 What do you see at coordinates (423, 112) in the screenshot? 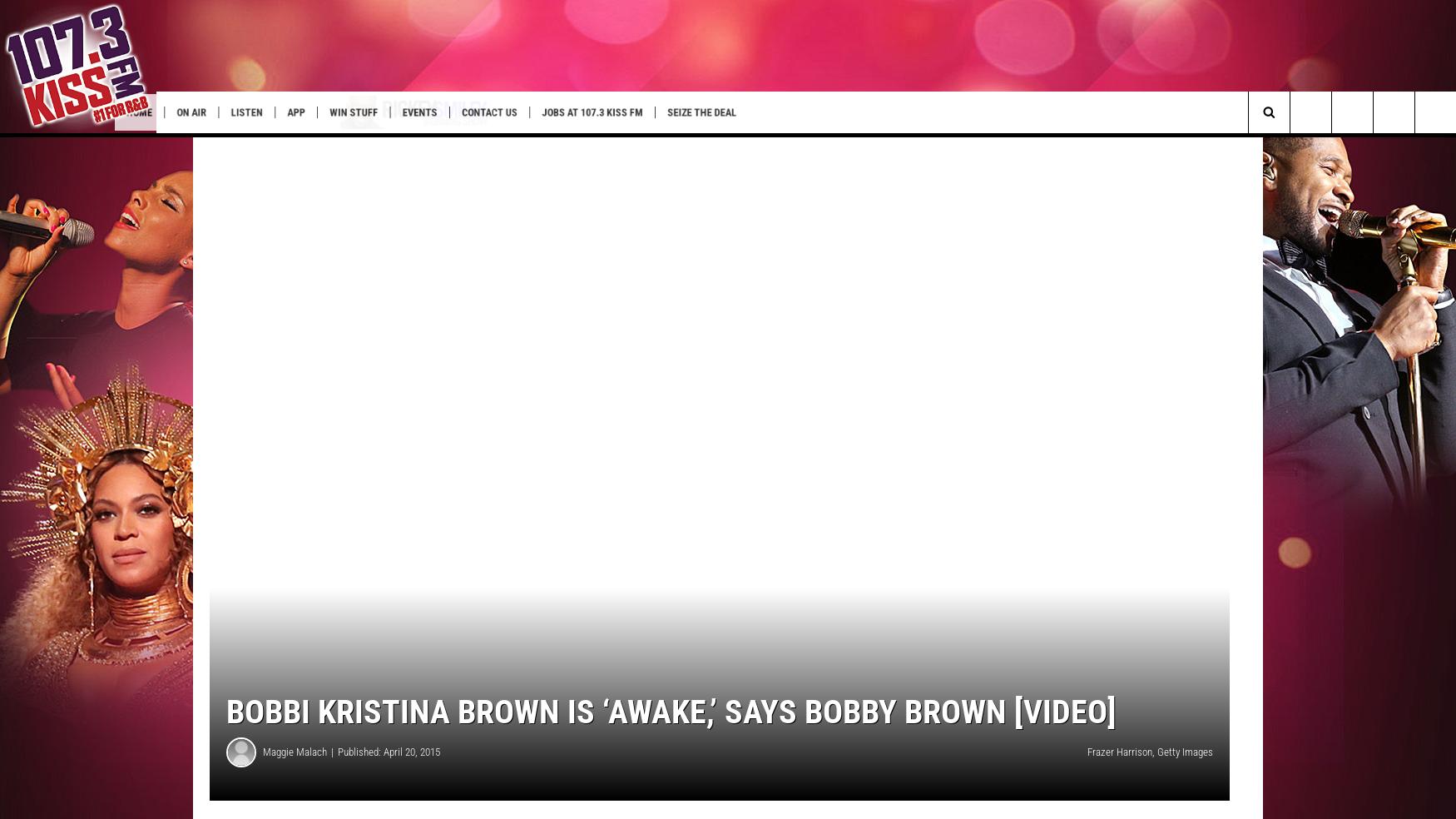
I see `'Win Stuff'` at bounding box center [423, 112].